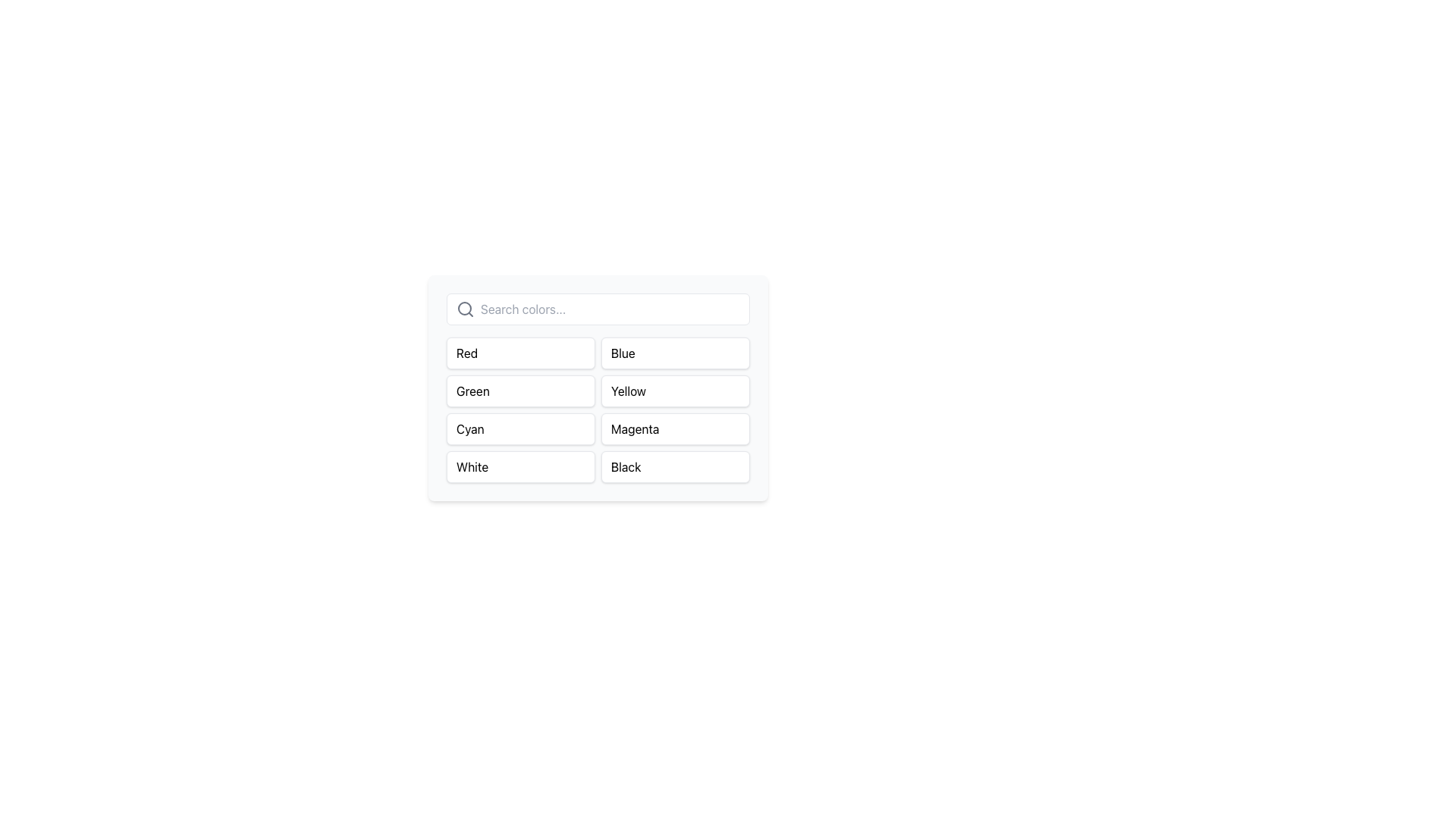 This screenshot has width=1456, height=819. Describe the element at coordinates (675, 391) in the screenshot. I see `the 'Yellow' button` at that location.